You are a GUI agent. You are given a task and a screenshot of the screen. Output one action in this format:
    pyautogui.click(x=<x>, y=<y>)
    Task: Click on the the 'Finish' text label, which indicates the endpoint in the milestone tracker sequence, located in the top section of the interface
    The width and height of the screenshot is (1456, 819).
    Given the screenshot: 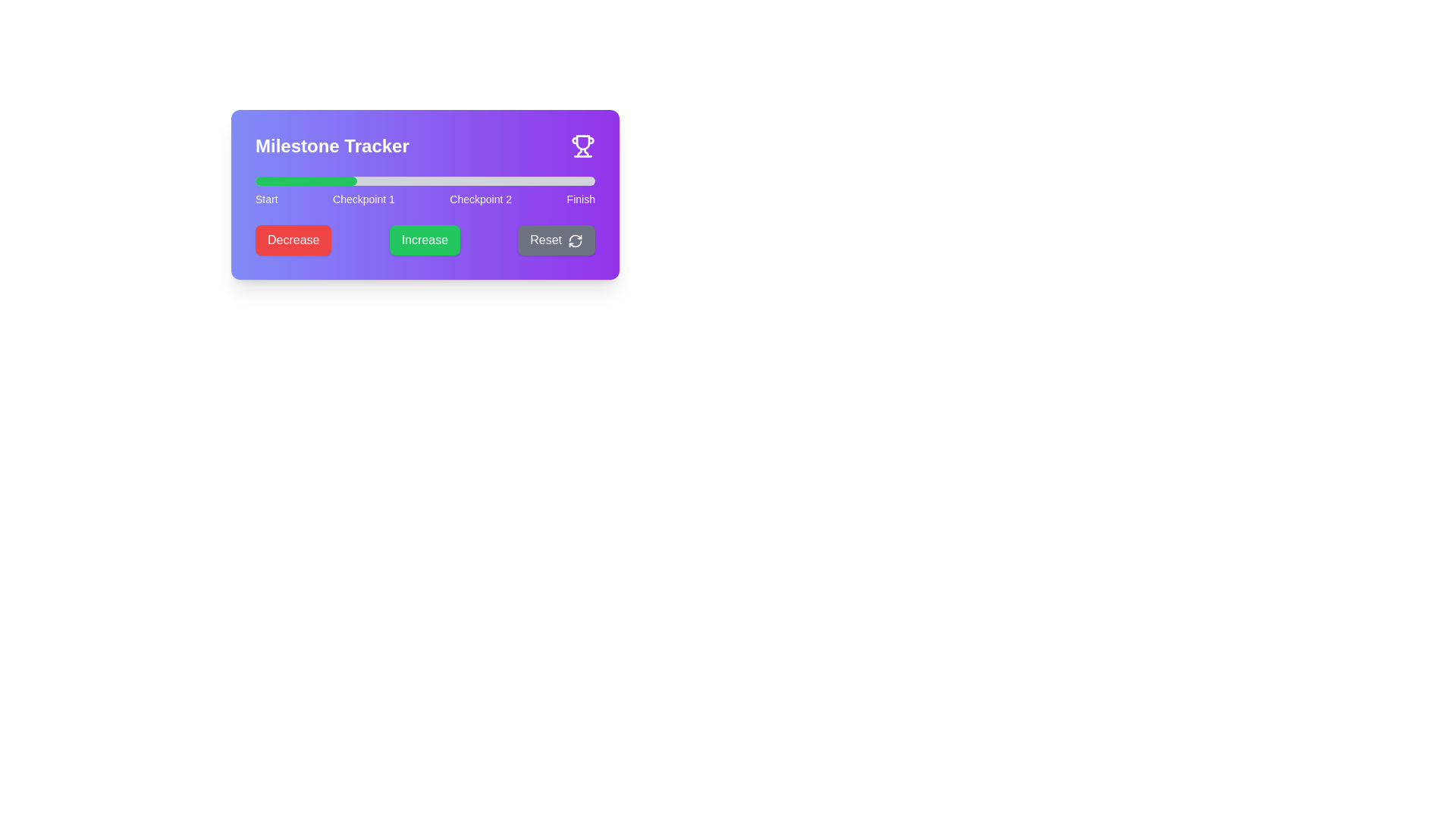 What is the action you would take?
    pyautogui.click(x=580, y=198)
    